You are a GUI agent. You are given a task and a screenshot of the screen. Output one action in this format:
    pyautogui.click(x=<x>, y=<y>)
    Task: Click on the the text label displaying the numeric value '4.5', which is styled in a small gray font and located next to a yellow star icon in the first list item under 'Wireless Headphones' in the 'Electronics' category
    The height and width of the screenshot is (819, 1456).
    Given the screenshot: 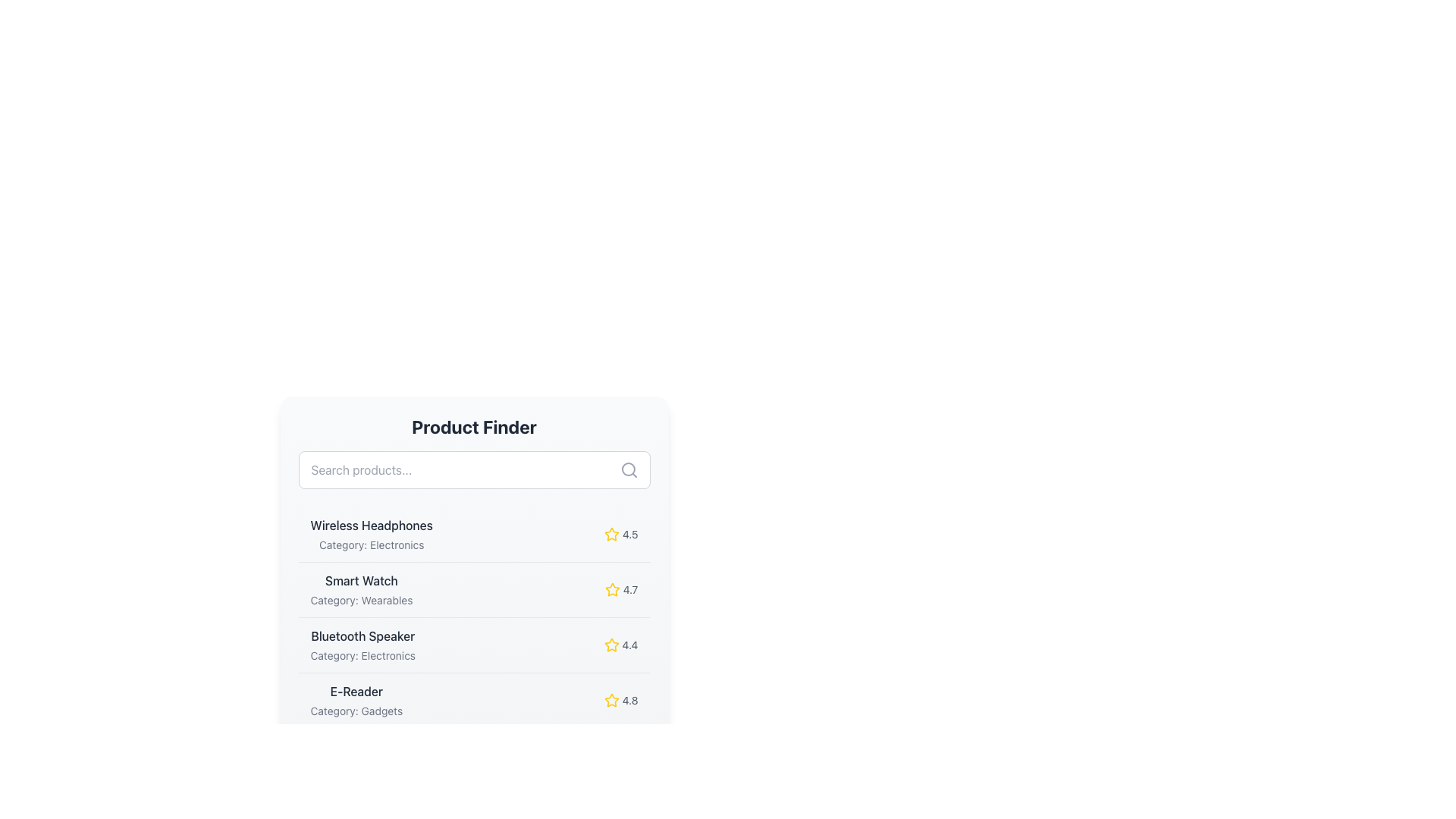 What is the action you would take?
    pyautogui.click(x=630, y=534)
    